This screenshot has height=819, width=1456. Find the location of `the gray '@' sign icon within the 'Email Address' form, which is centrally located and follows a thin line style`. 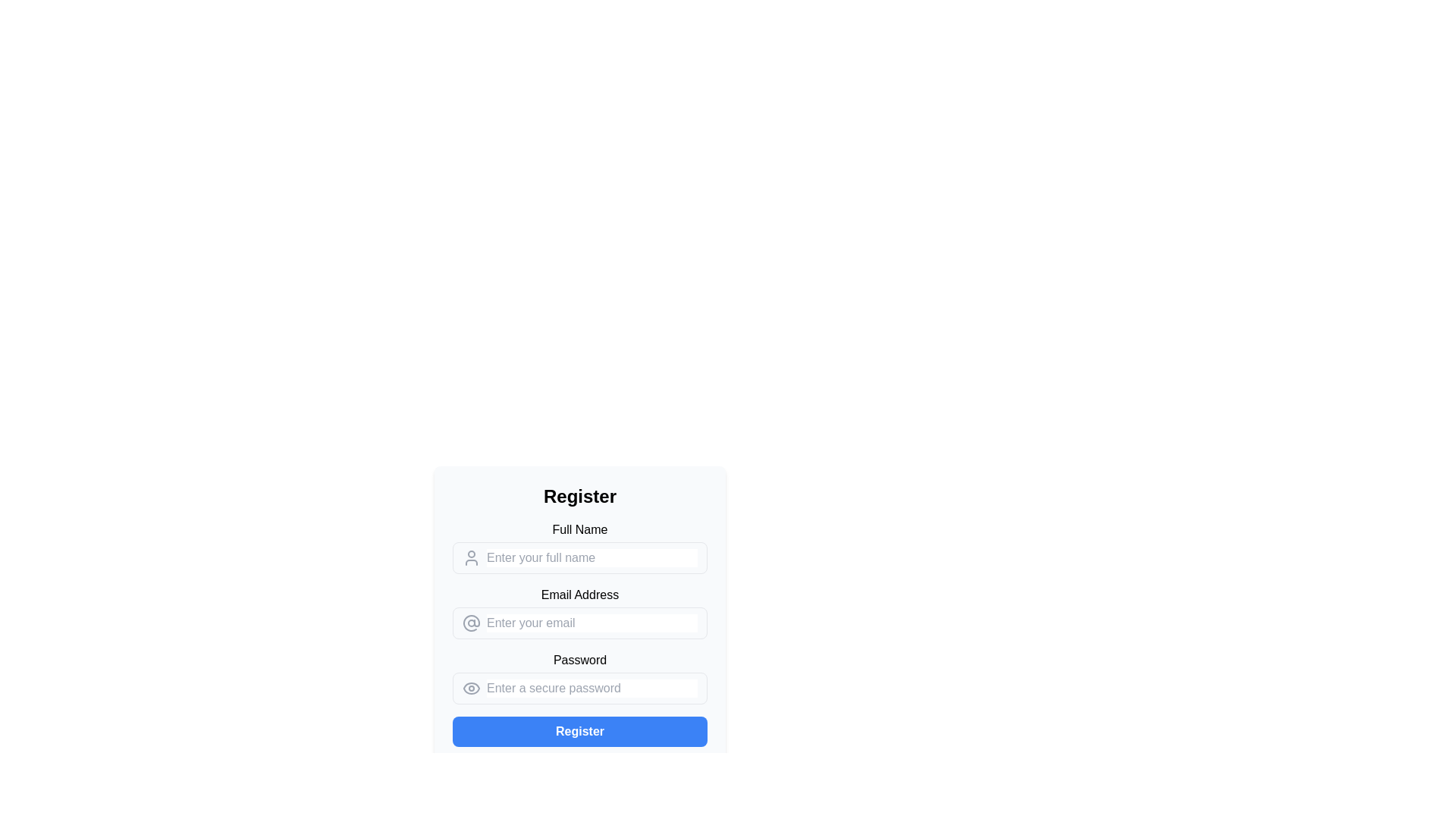

the gray '@' sign icon within the 'Email Address' form, which is centrally located and follows a thin line style is located at coordinates (471, 623).